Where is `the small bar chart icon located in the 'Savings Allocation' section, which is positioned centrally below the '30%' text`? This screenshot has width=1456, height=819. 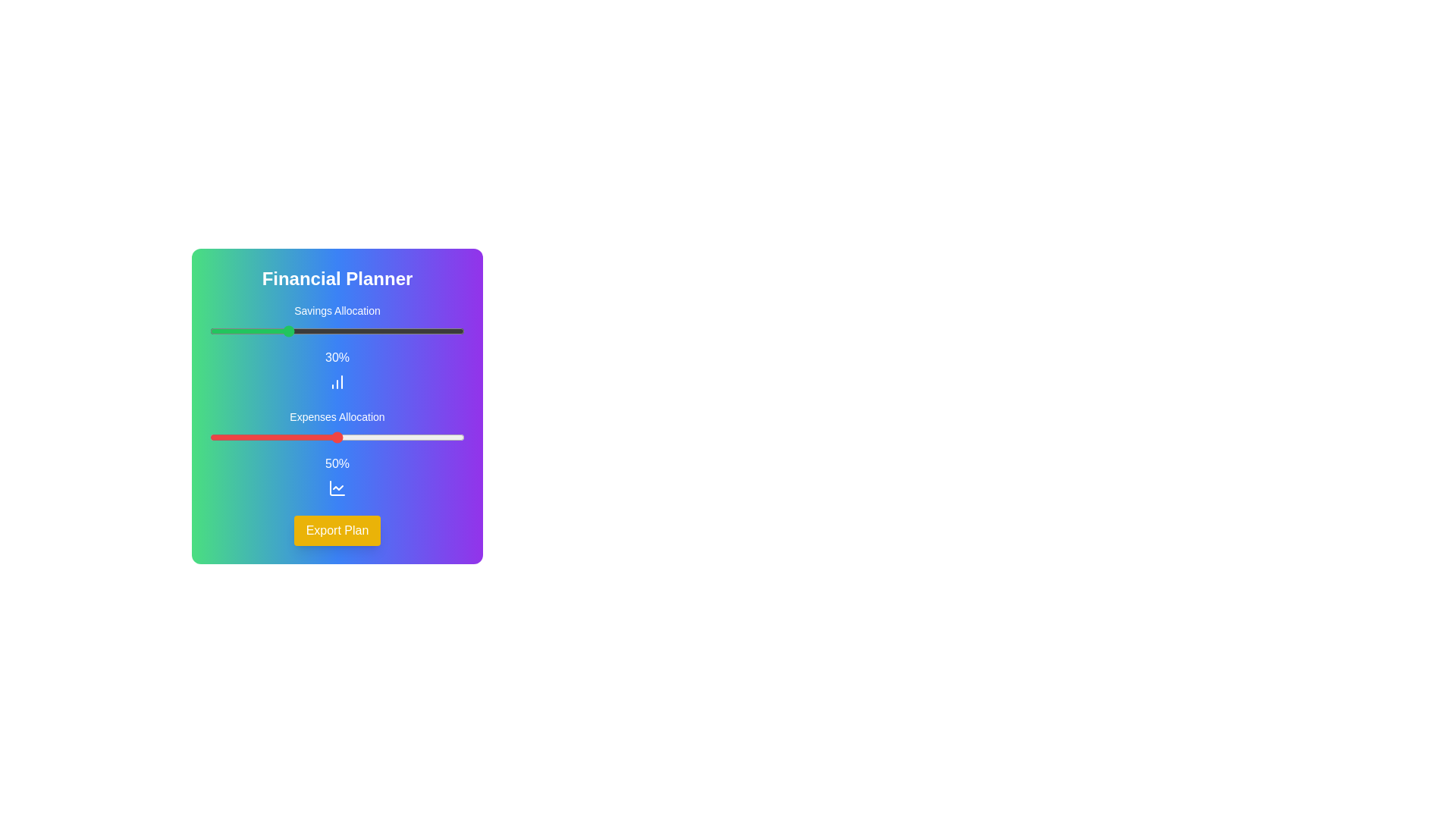
the small bar chart icon located in the 'Savings Allocation' section, which is positioned centrally below the '30%' text is located at coordinates (337, 381).